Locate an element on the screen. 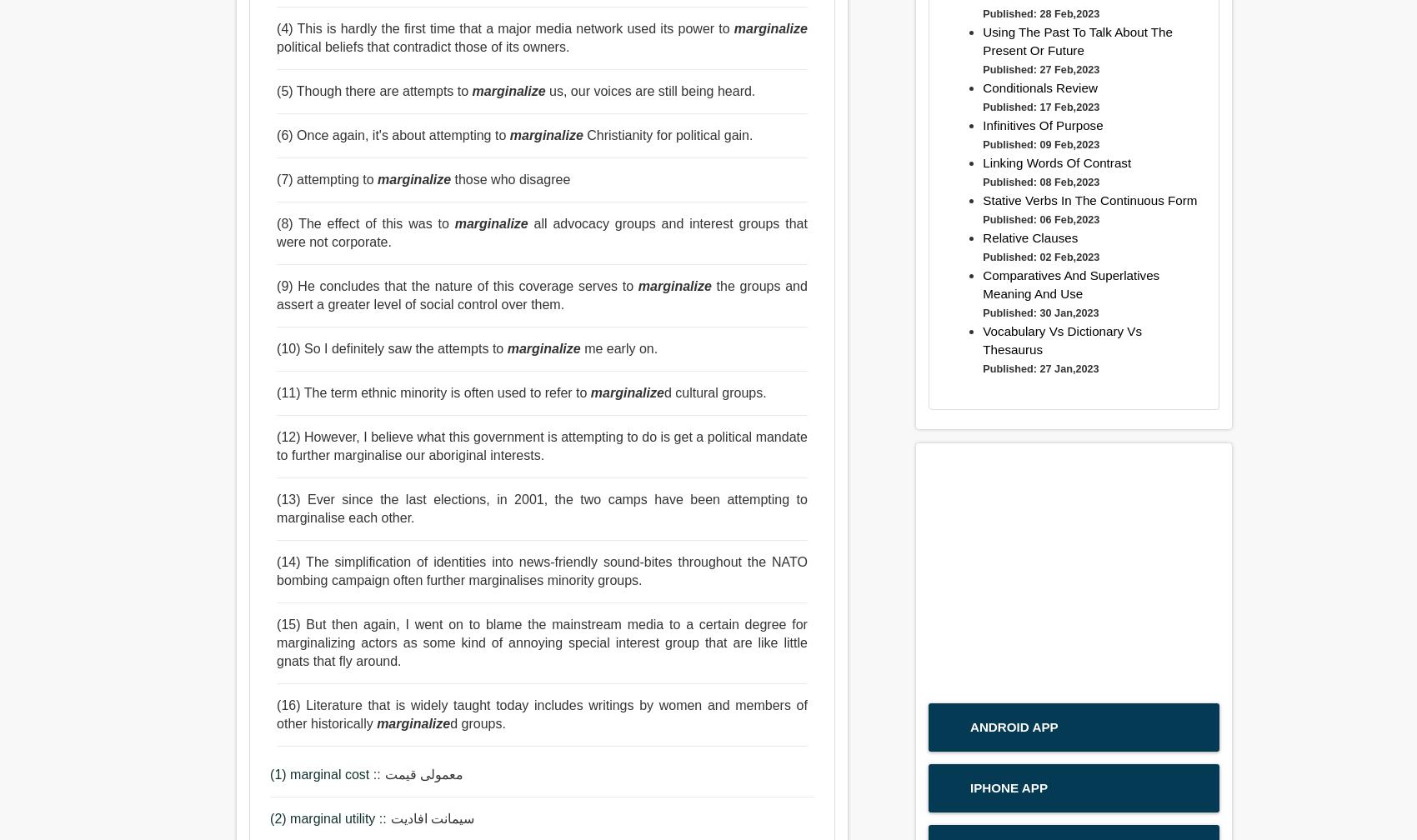 The height and width of the screenshot is (840, 1417). 'Published: 27 Jan,2023' is located at coordinates (1039, 368).